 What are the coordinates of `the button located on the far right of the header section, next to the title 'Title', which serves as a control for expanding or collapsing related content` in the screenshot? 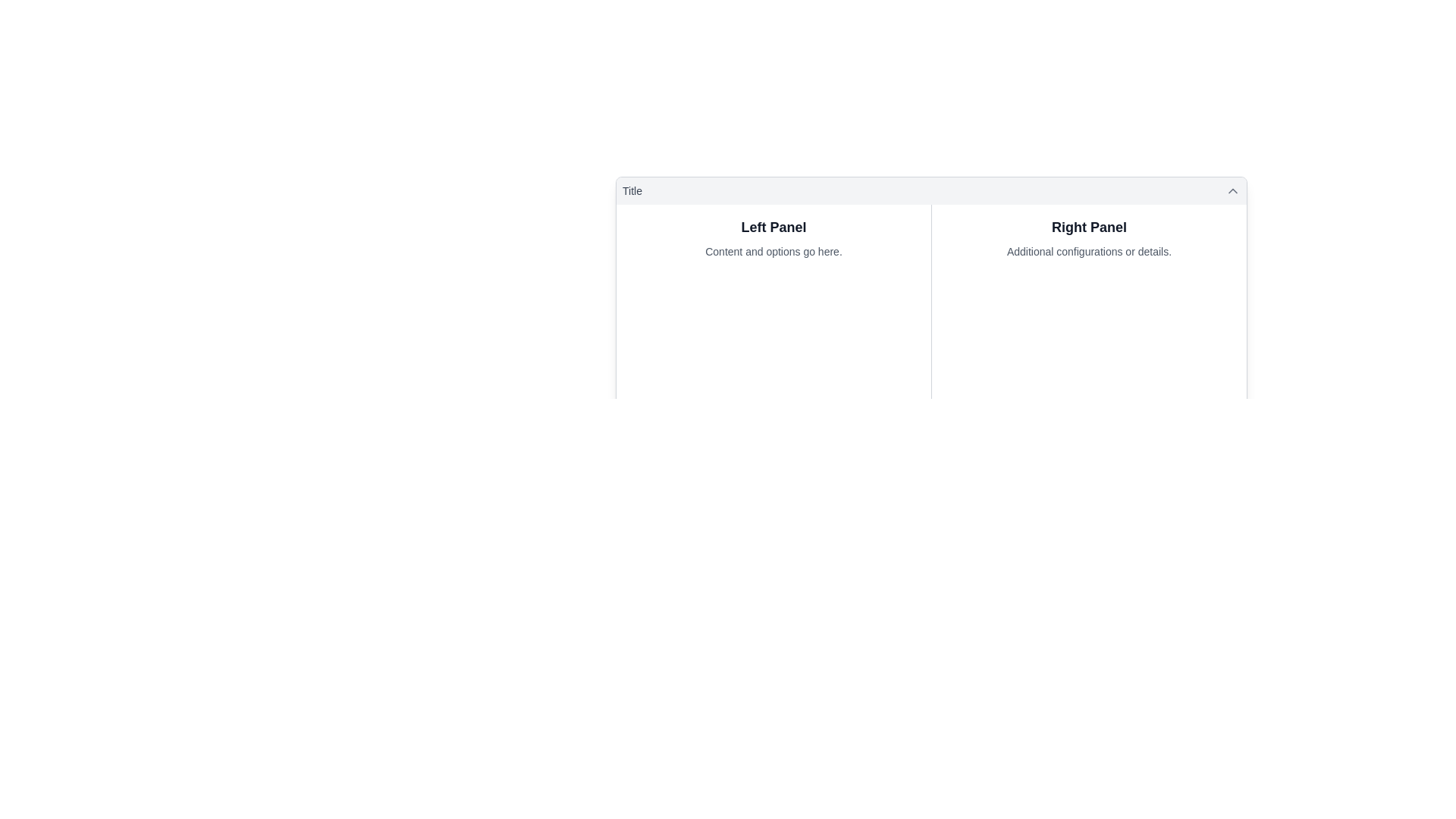 It's located at (1233, 190).